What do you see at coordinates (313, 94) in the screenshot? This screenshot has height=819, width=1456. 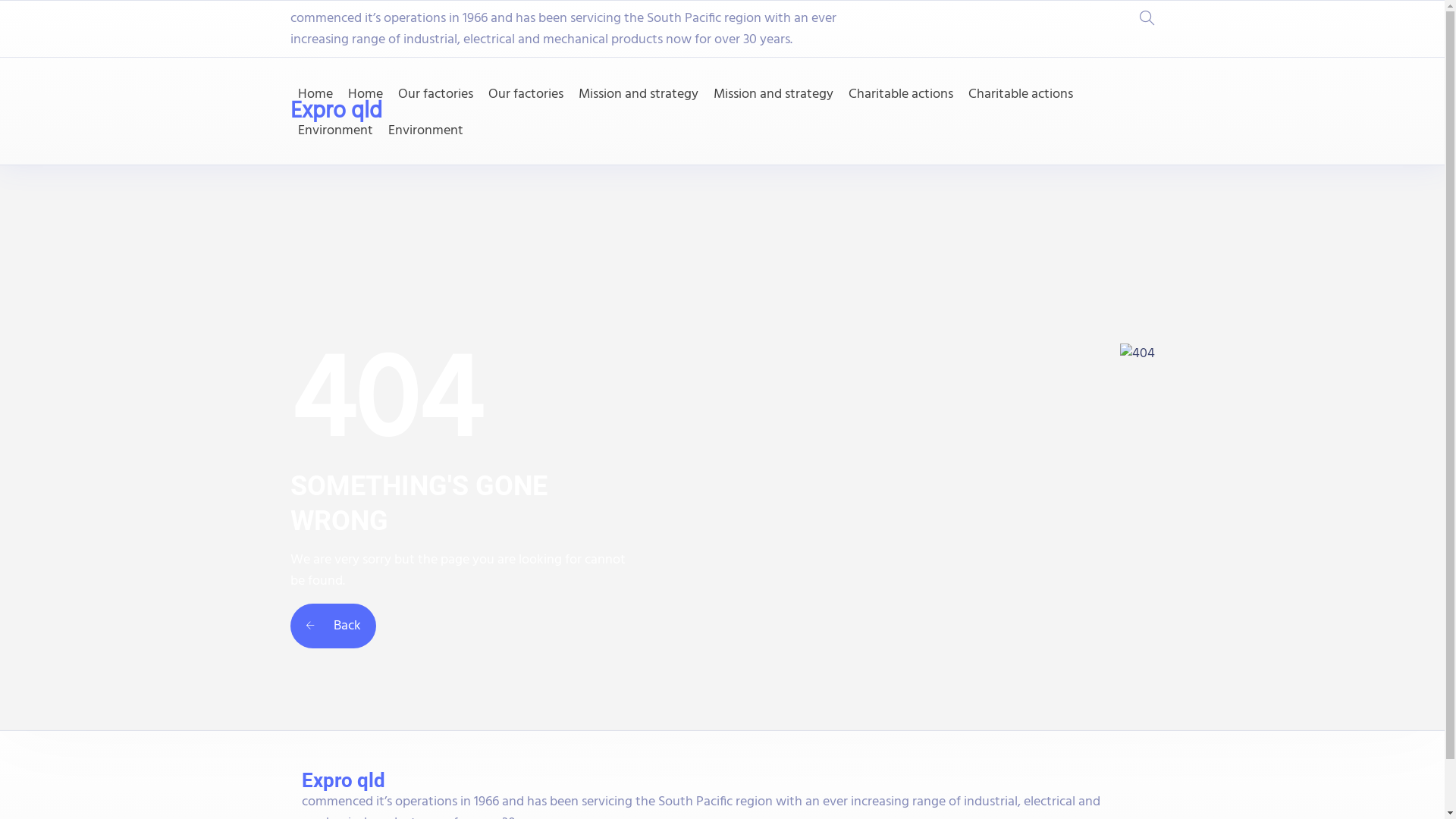 I see `'Home'` at bounding box center [313, 94].